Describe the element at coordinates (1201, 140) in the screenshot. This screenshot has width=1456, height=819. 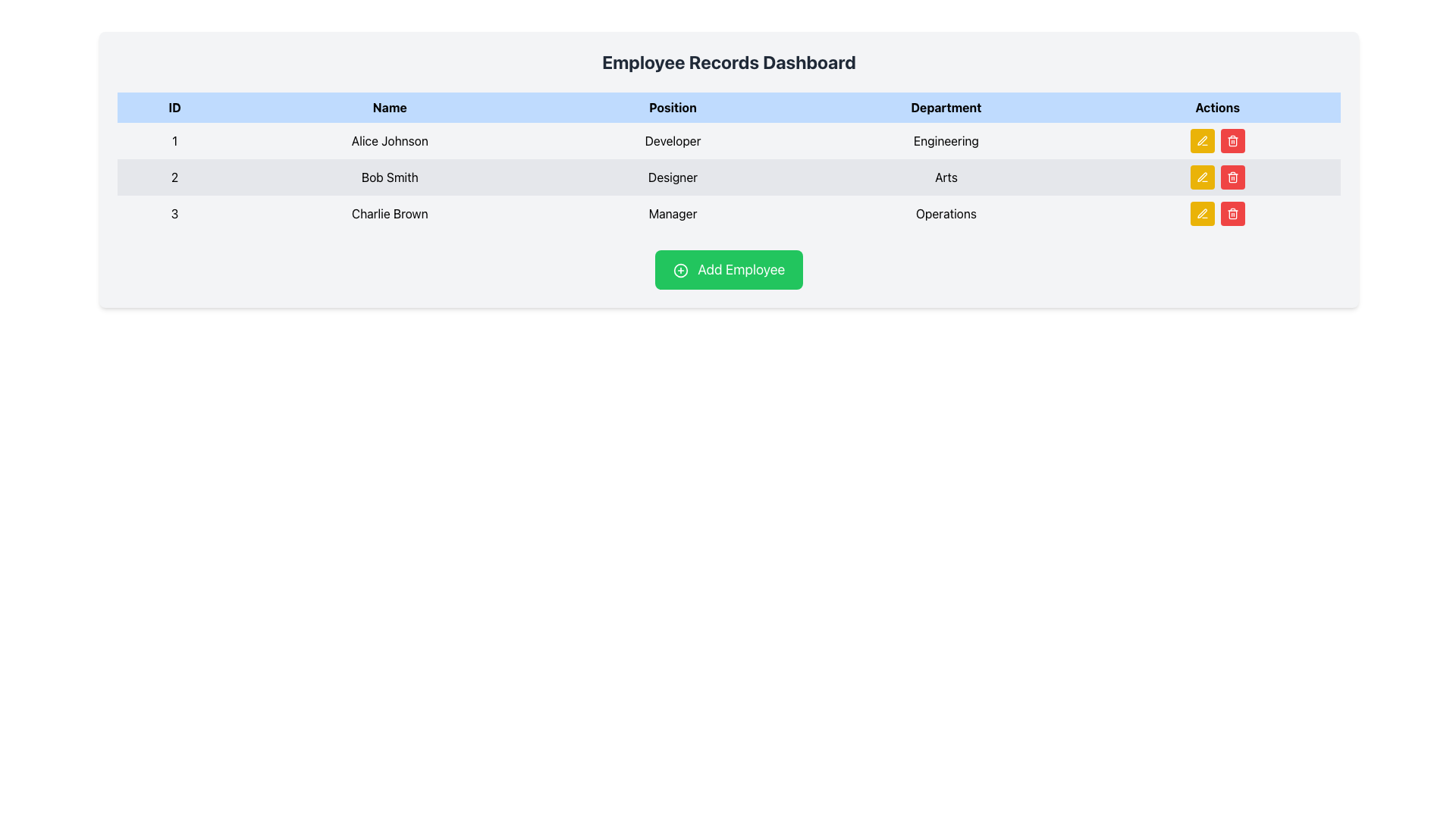
I see `the yellow button with a white pen icon located in the 'Actions' column of the first row` at that location.